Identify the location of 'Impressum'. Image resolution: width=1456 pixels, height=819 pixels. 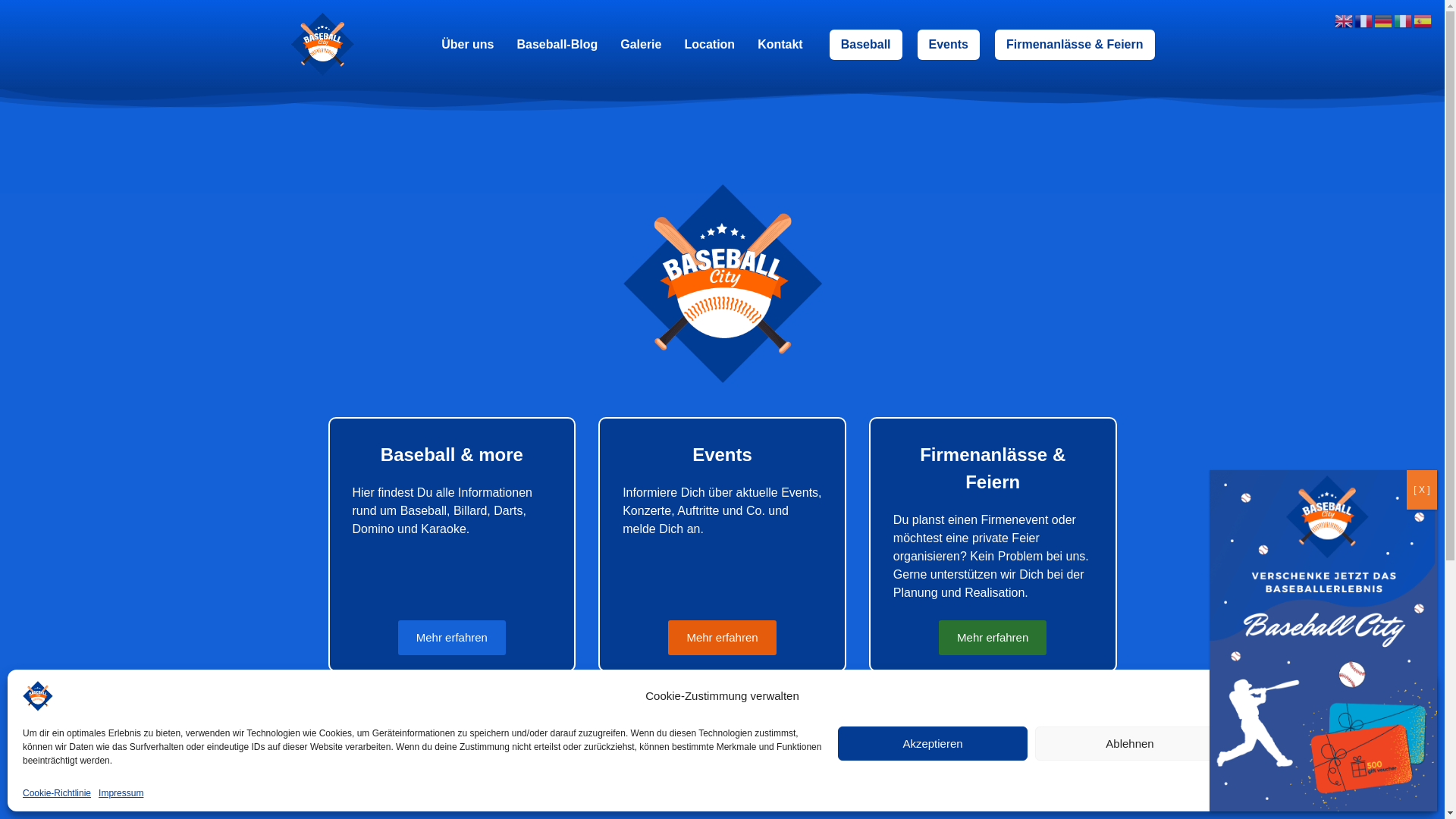
(120, 792).